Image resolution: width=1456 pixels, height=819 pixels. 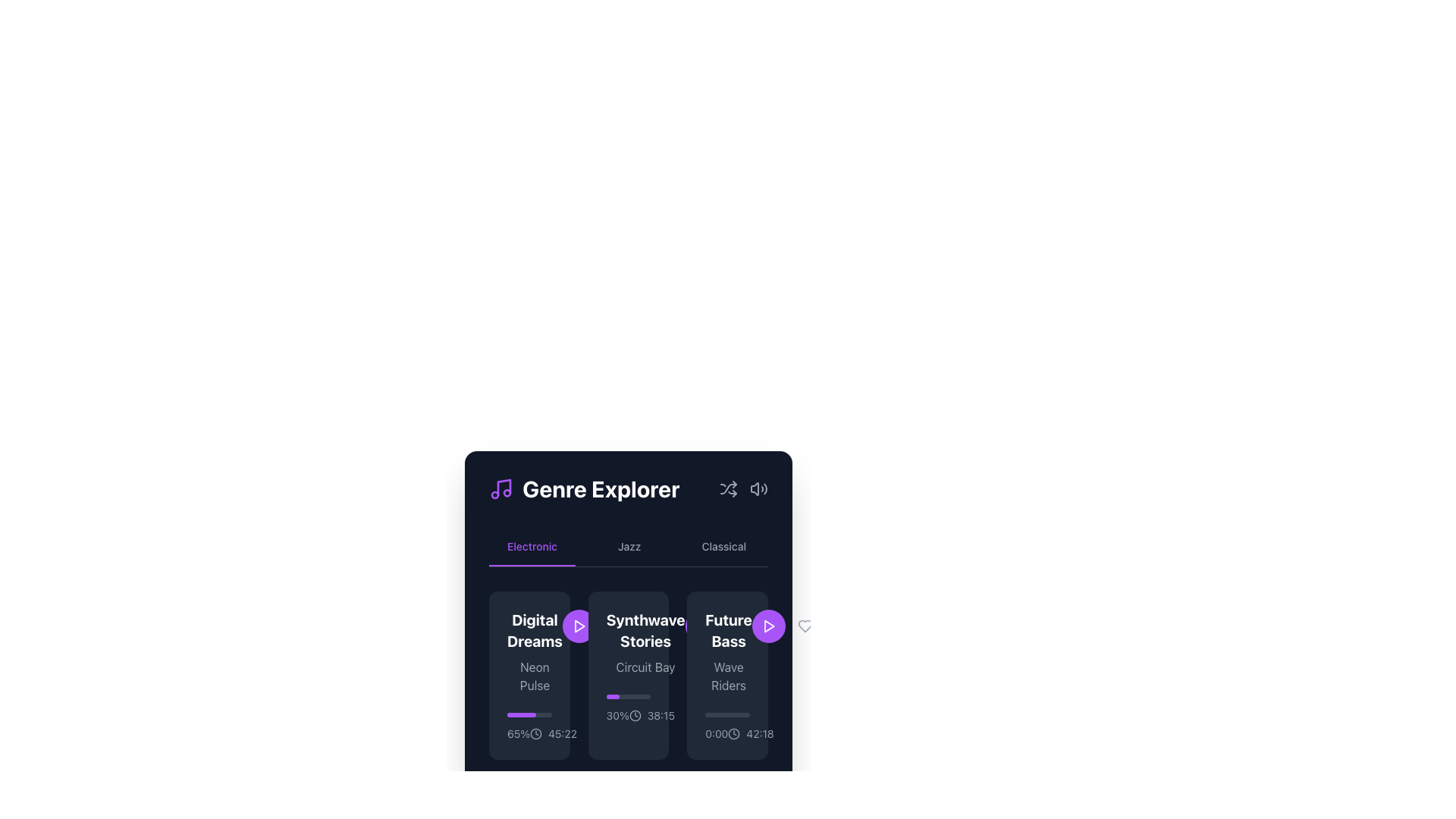 I want to click on the navigation button labeled 'Jazz', so click(x=629, y=547).